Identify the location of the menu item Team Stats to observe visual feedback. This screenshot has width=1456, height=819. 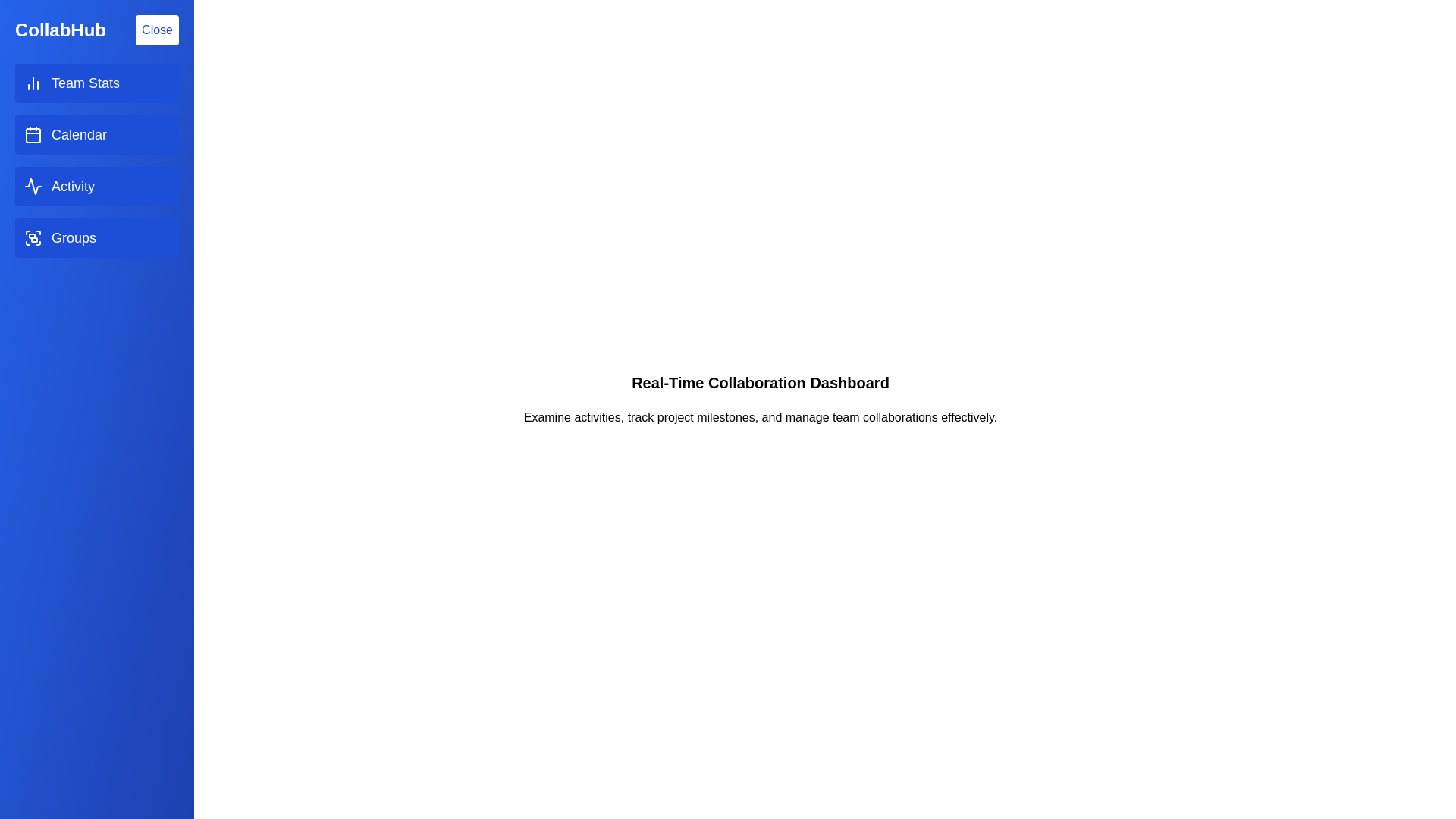
(96, 83).